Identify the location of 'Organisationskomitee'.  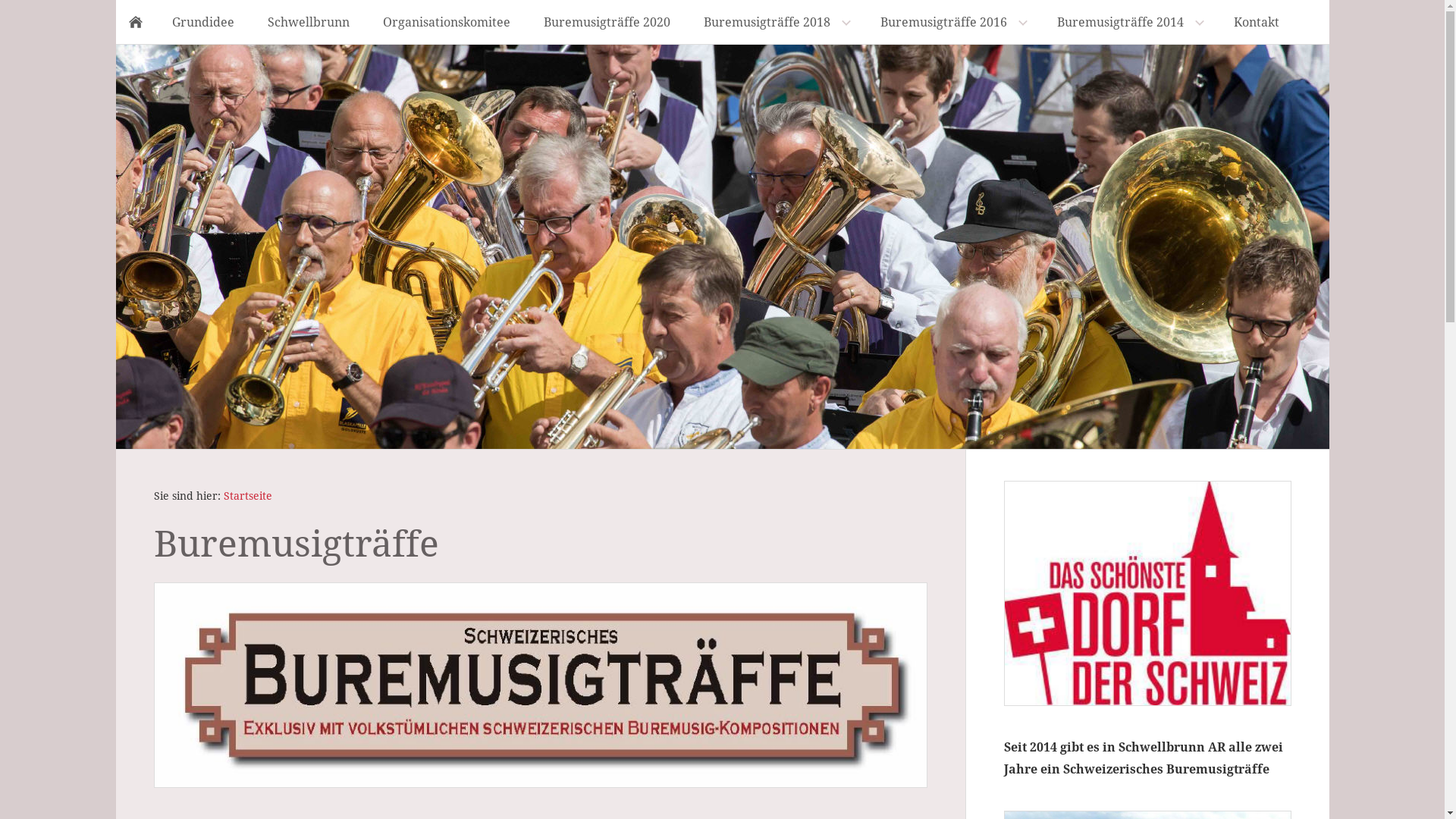
(445, 22).